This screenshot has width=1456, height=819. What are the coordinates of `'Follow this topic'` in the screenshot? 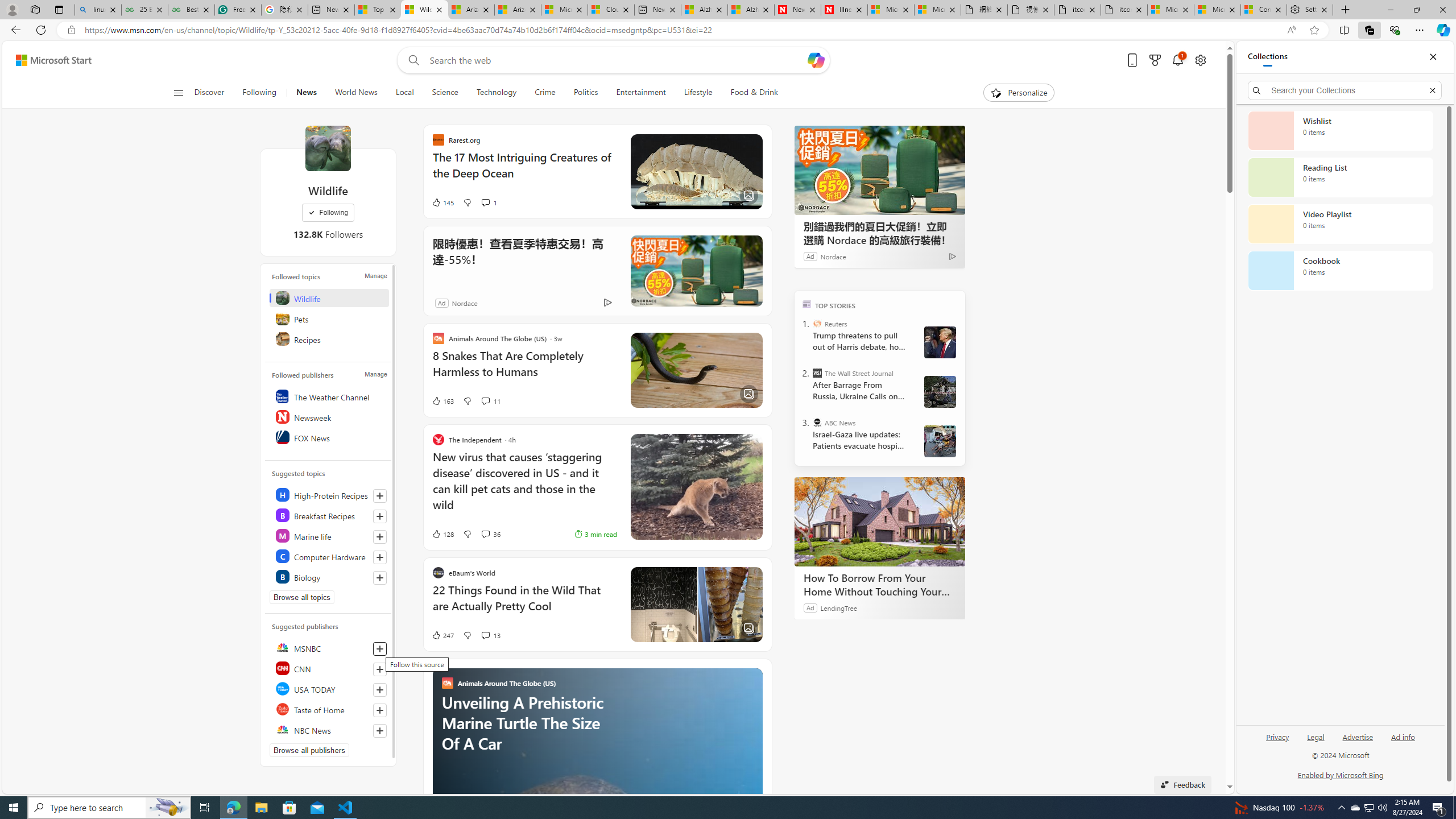 It's located at (380, 577).